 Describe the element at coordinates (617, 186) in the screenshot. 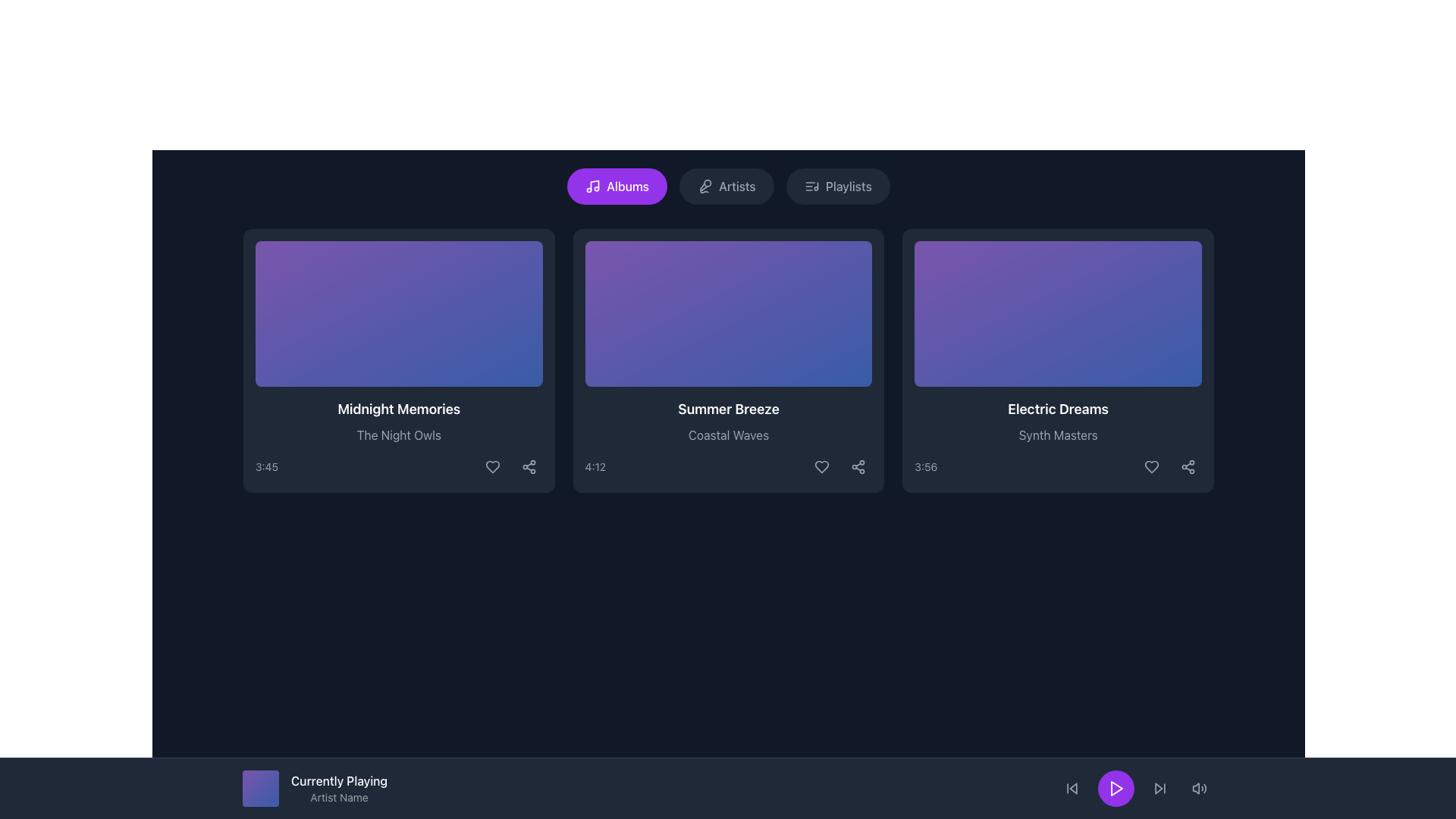

I see `the rounded rectangular button with a purple background and a white musical note icon labeled 'Albums'` at that location.